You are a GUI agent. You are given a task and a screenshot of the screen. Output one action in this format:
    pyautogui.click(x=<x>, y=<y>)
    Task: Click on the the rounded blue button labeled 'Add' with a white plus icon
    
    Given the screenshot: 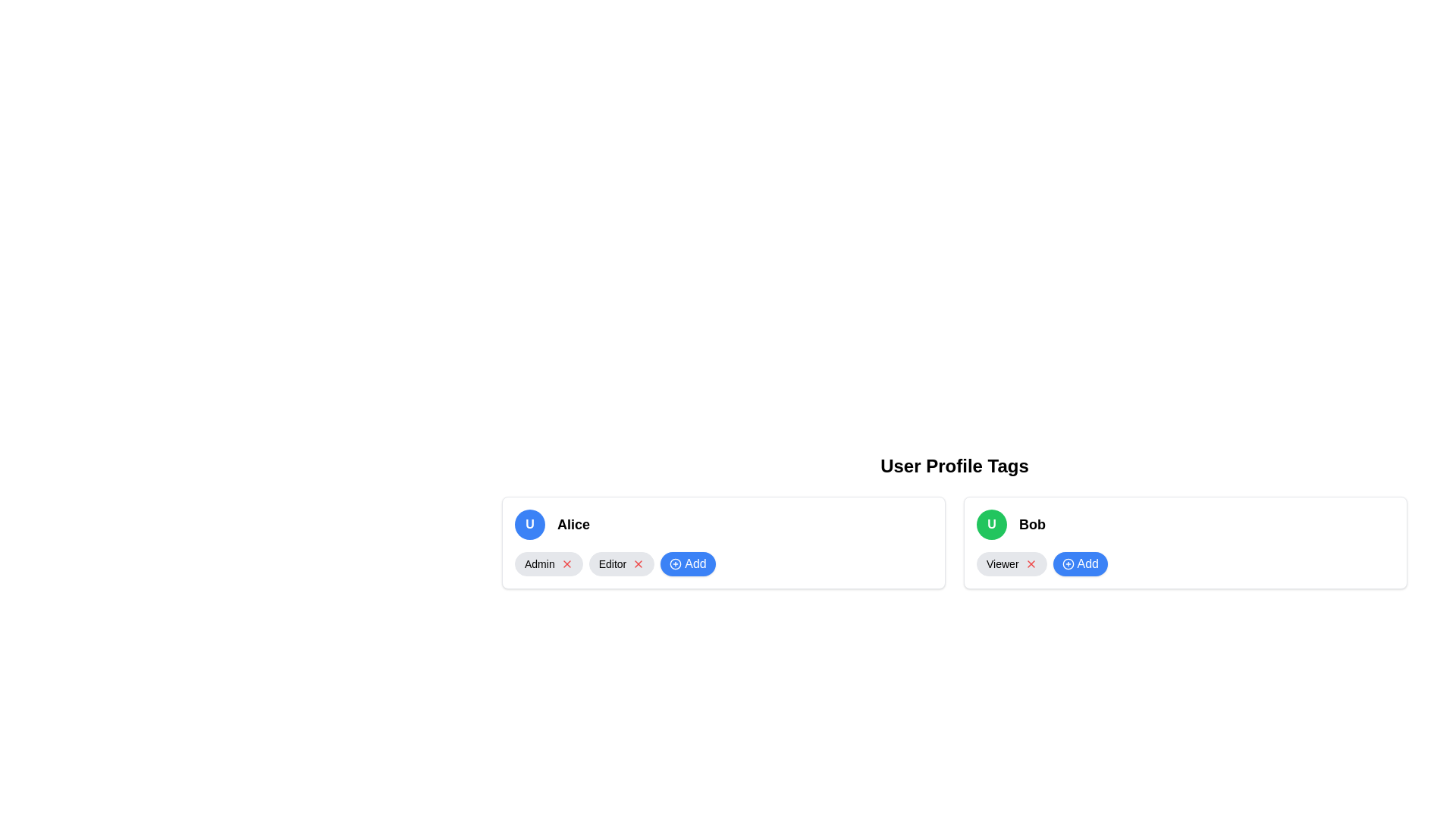 What is the action you would take?
    pyautogui.click(x=1079, y=564)
    